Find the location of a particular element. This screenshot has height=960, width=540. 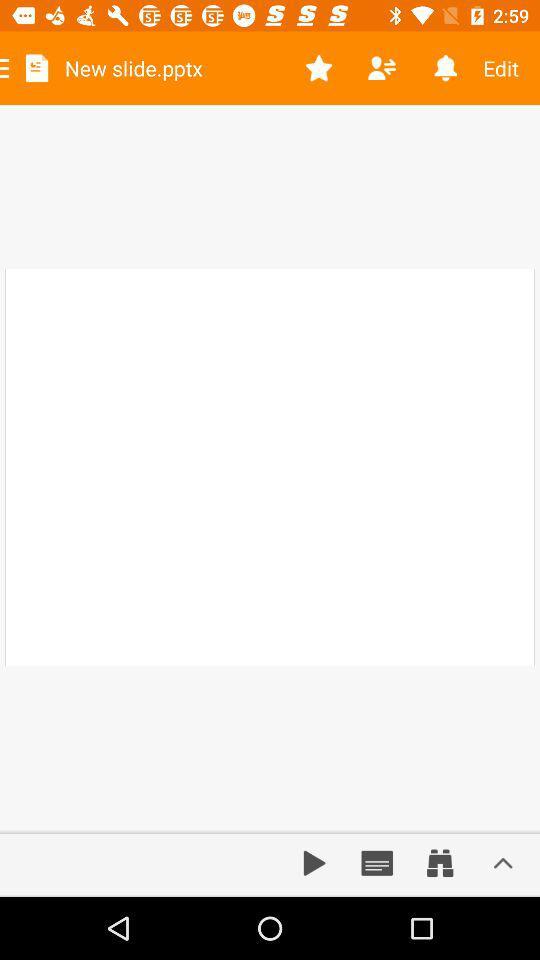

presentation is located at coordinates (314, 862).